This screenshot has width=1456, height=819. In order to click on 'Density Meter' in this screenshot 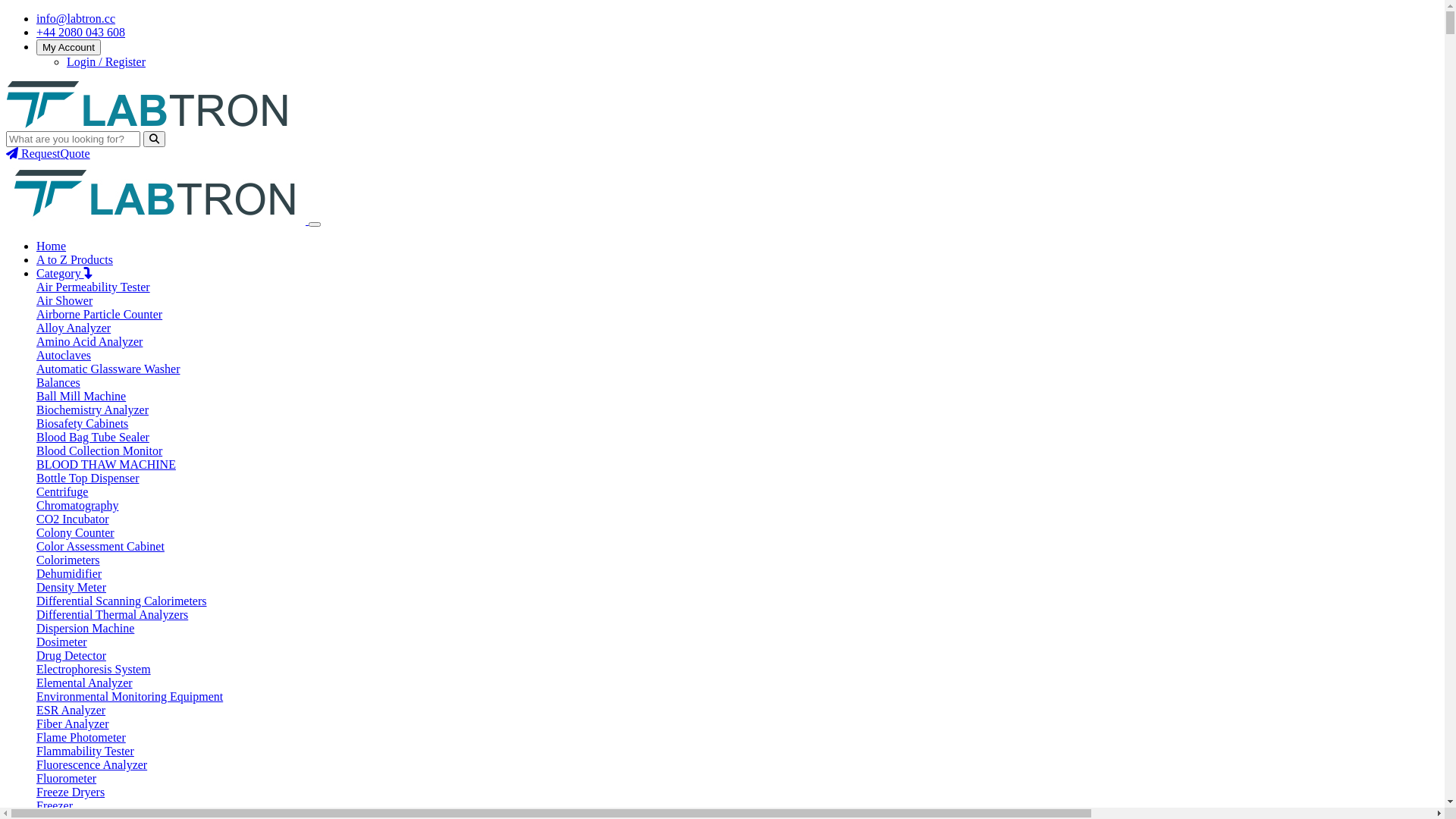, I will do `click(71, 586)`.